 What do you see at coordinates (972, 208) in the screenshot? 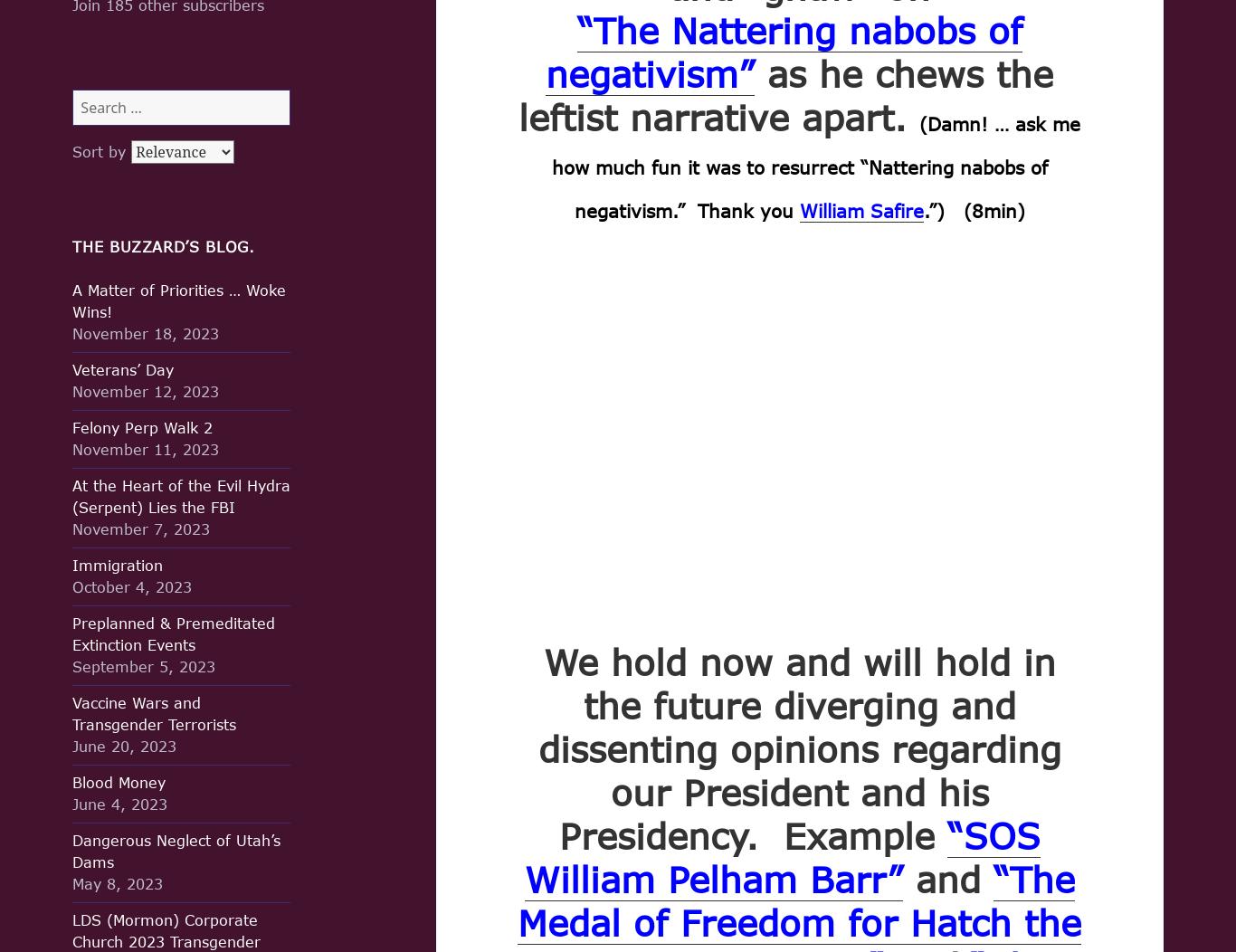
I see `'.”)   (8min)'` at bounding box center [972, 208].